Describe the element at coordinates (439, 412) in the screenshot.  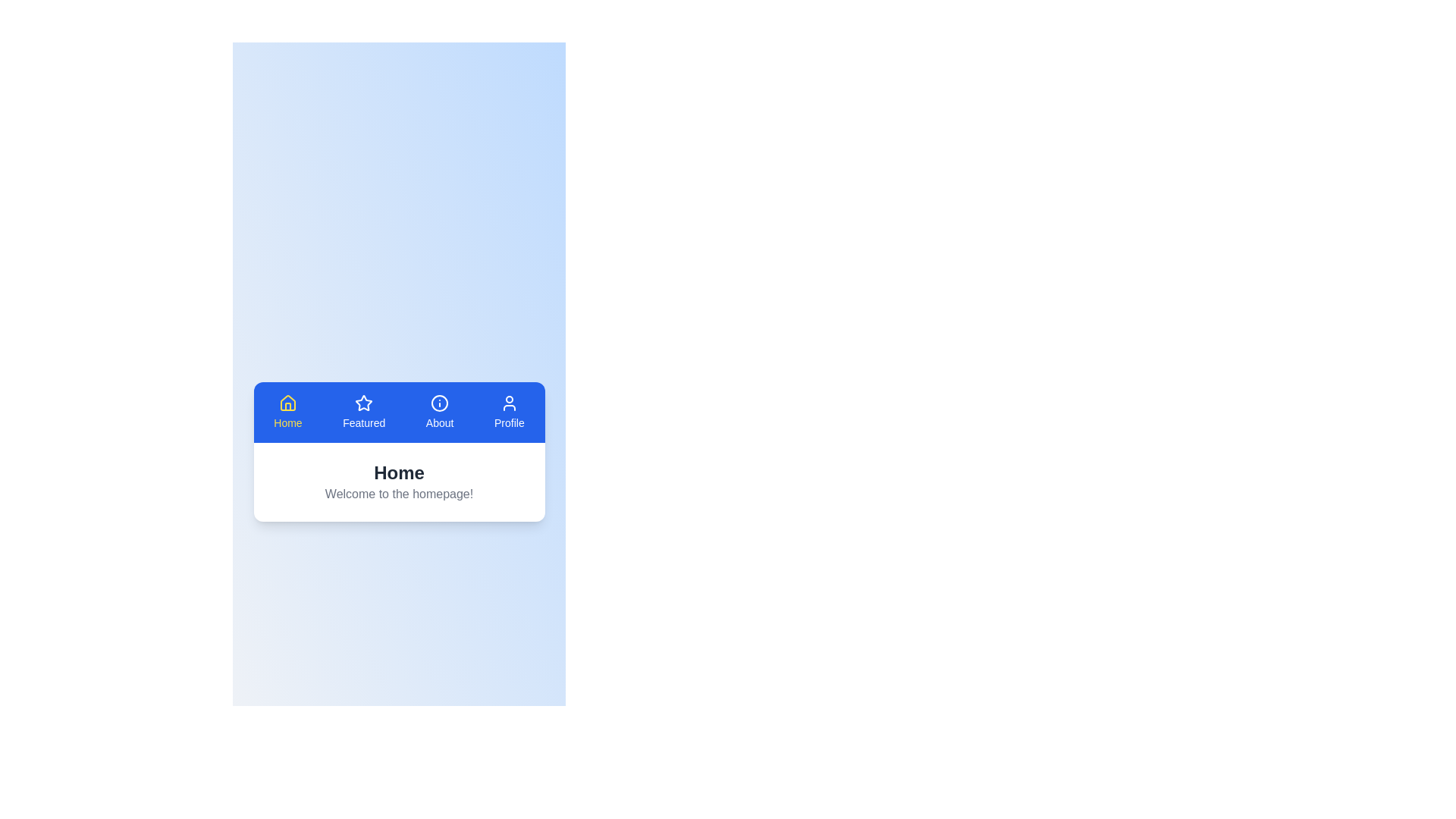
I see `the menu item About by clicking on it` at that location.